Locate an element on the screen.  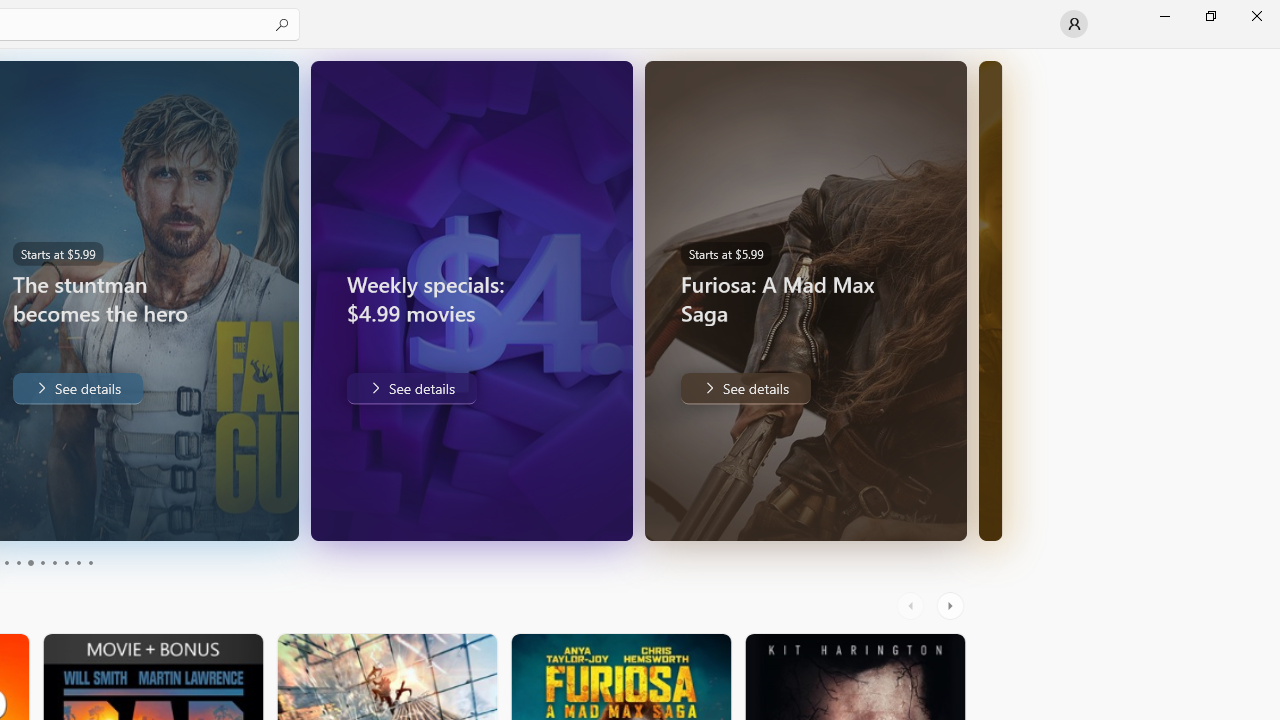
'Page 9' is located at coordinates (78, 563).